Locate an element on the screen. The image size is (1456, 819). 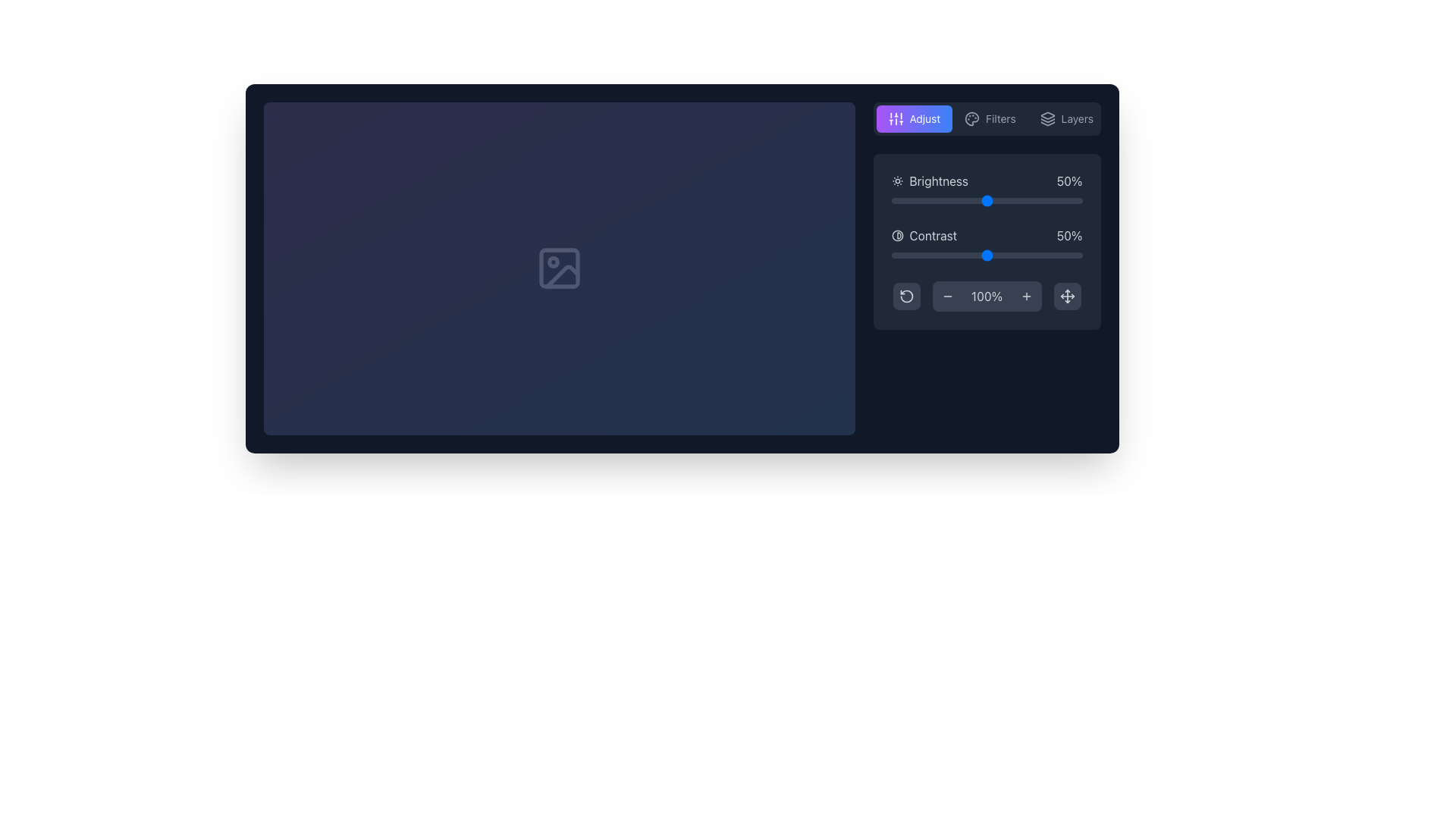
the 'Layers' button in the top-right corner of the layout is located at coordinates (1065, 118).